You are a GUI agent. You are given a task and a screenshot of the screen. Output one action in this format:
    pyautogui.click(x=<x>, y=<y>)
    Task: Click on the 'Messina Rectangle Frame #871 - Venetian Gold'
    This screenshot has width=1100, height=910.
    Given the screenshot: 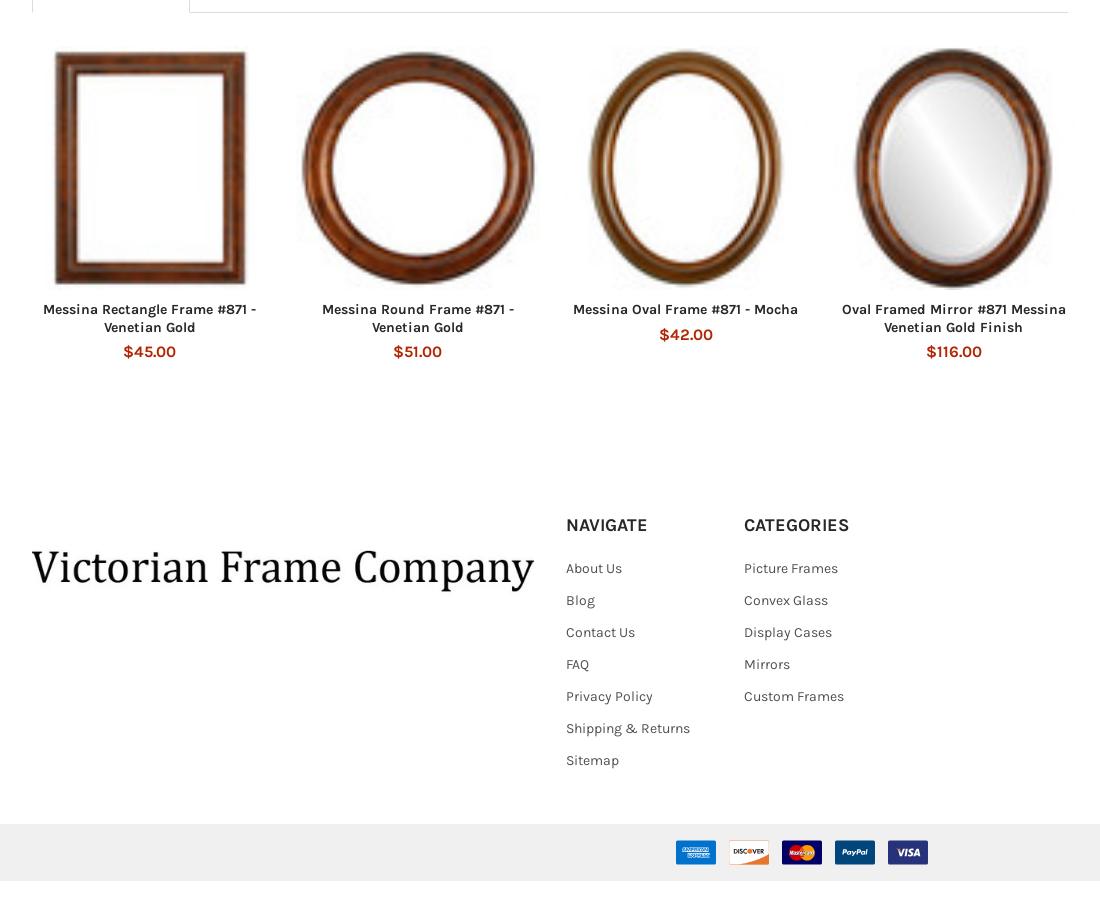 What is the action you would take?
    pyautogui.click(x=148, y=345)
    